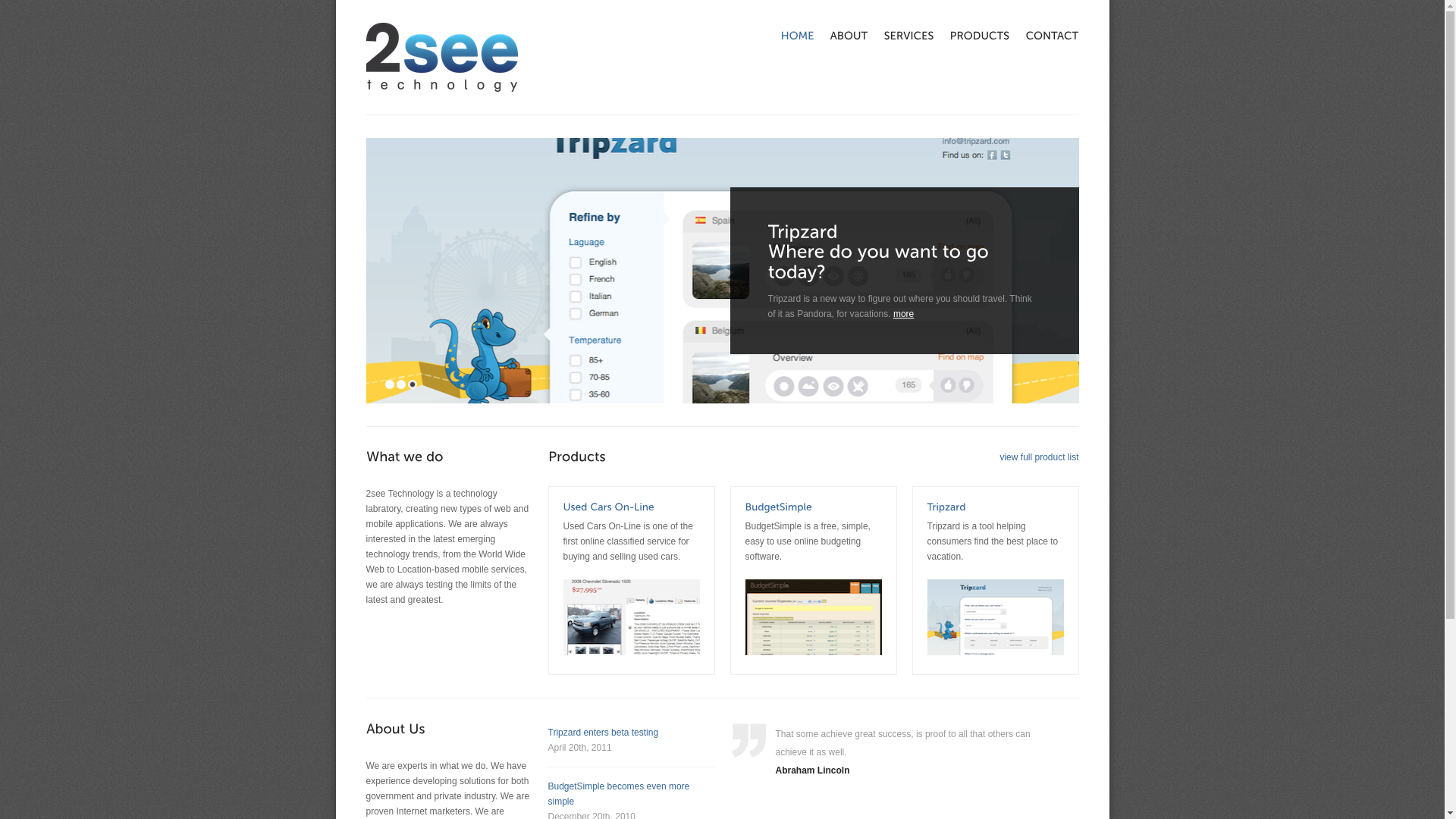 The height and width of the screenshot is (819, 1456). Describe the element at coordinates (618, 792) in the screenshot. I see `'BudgetSimple becomes even more simple'` at that location.